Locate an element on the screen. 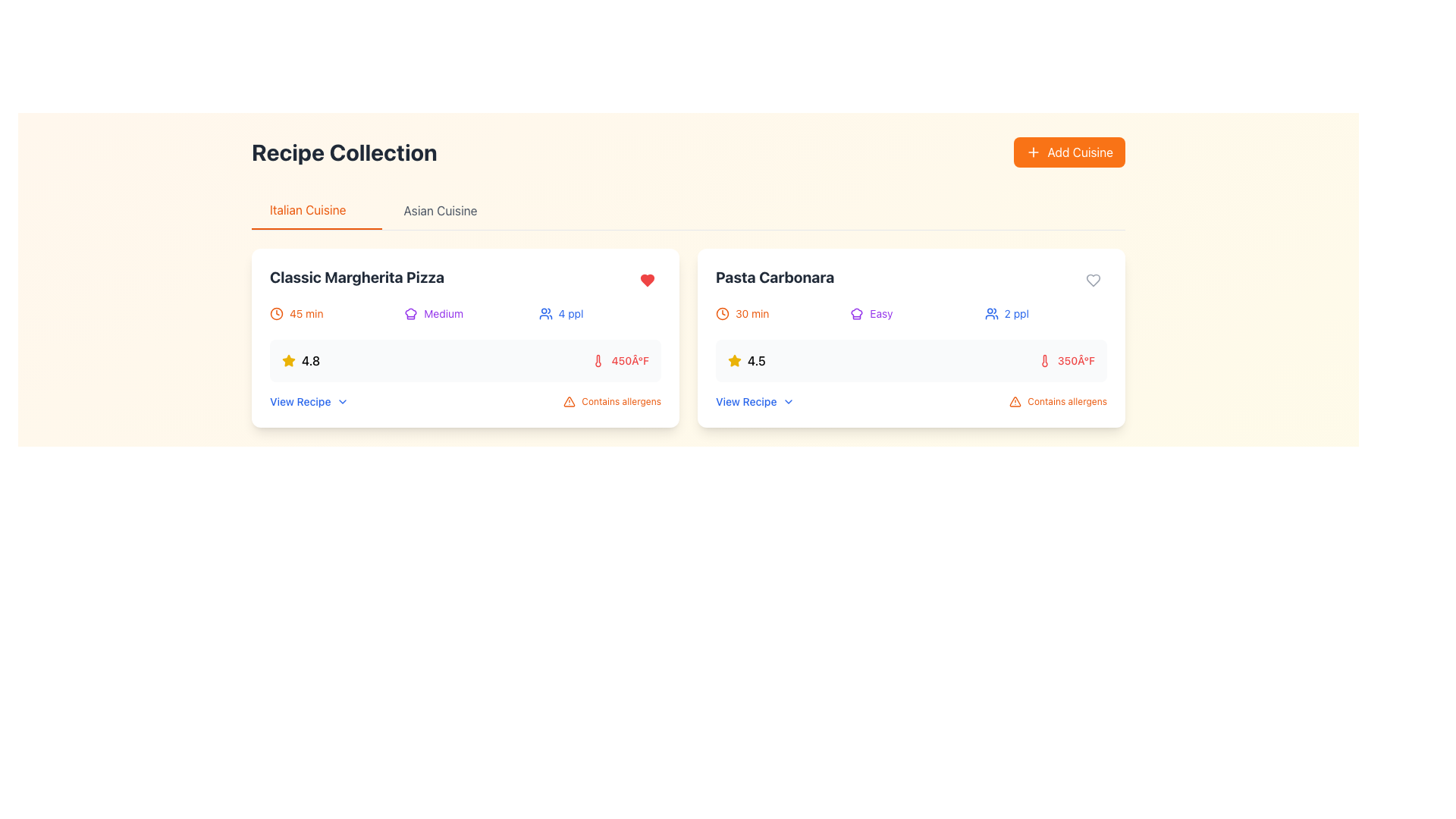 The image size is (1456, 819). the decorative icon for the 'Add Cuisine' button located at the top right corner of the application interface to focus on the button is located at coordinates (1033, 152).